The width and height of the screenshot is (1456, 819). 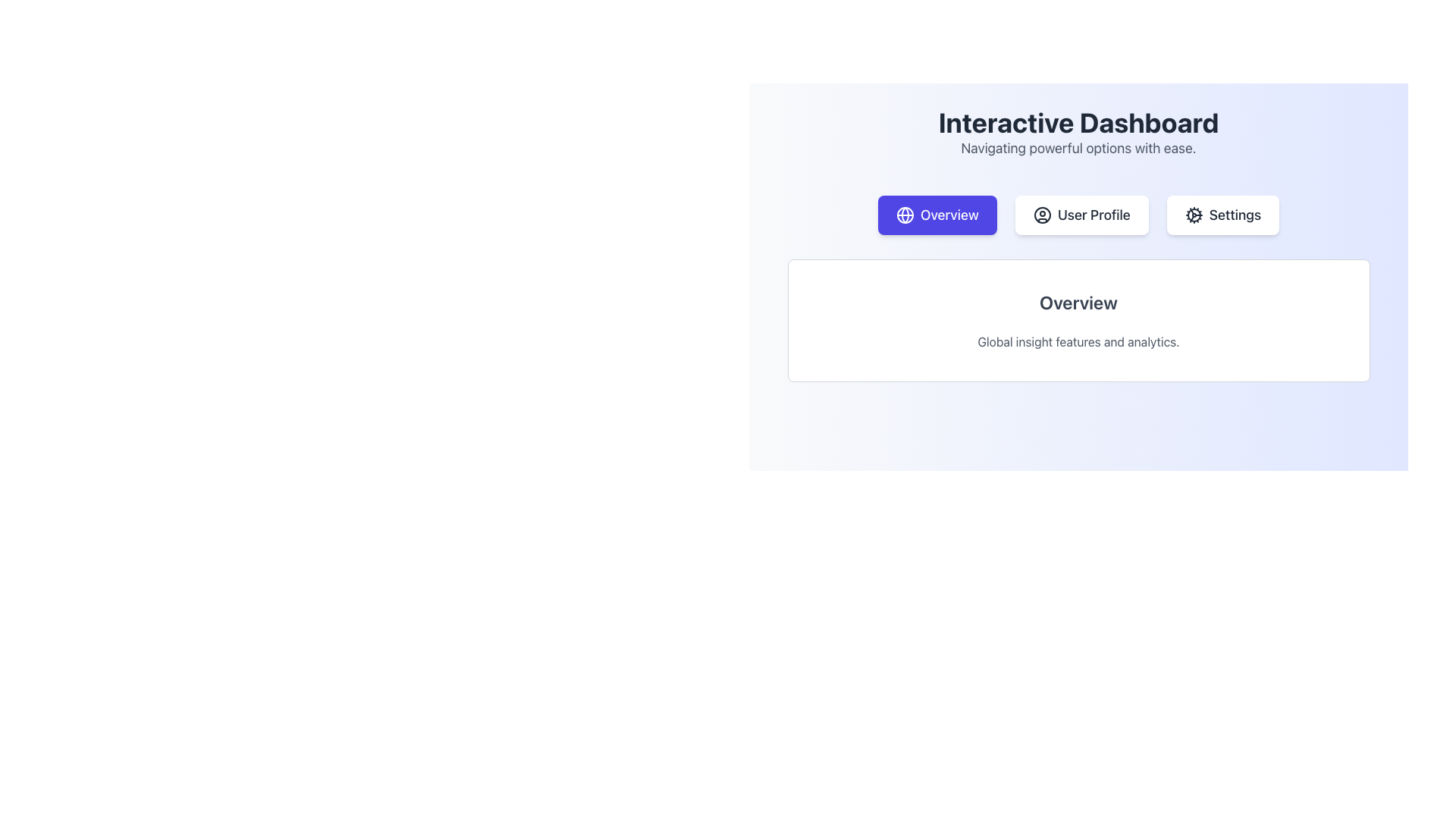 I want to click on the SVG Circle that represents the boundary of the user profile icon, located within the 'User Profile' button, which is the second button in a horizontal row of three, so click(x=1041, y=215).